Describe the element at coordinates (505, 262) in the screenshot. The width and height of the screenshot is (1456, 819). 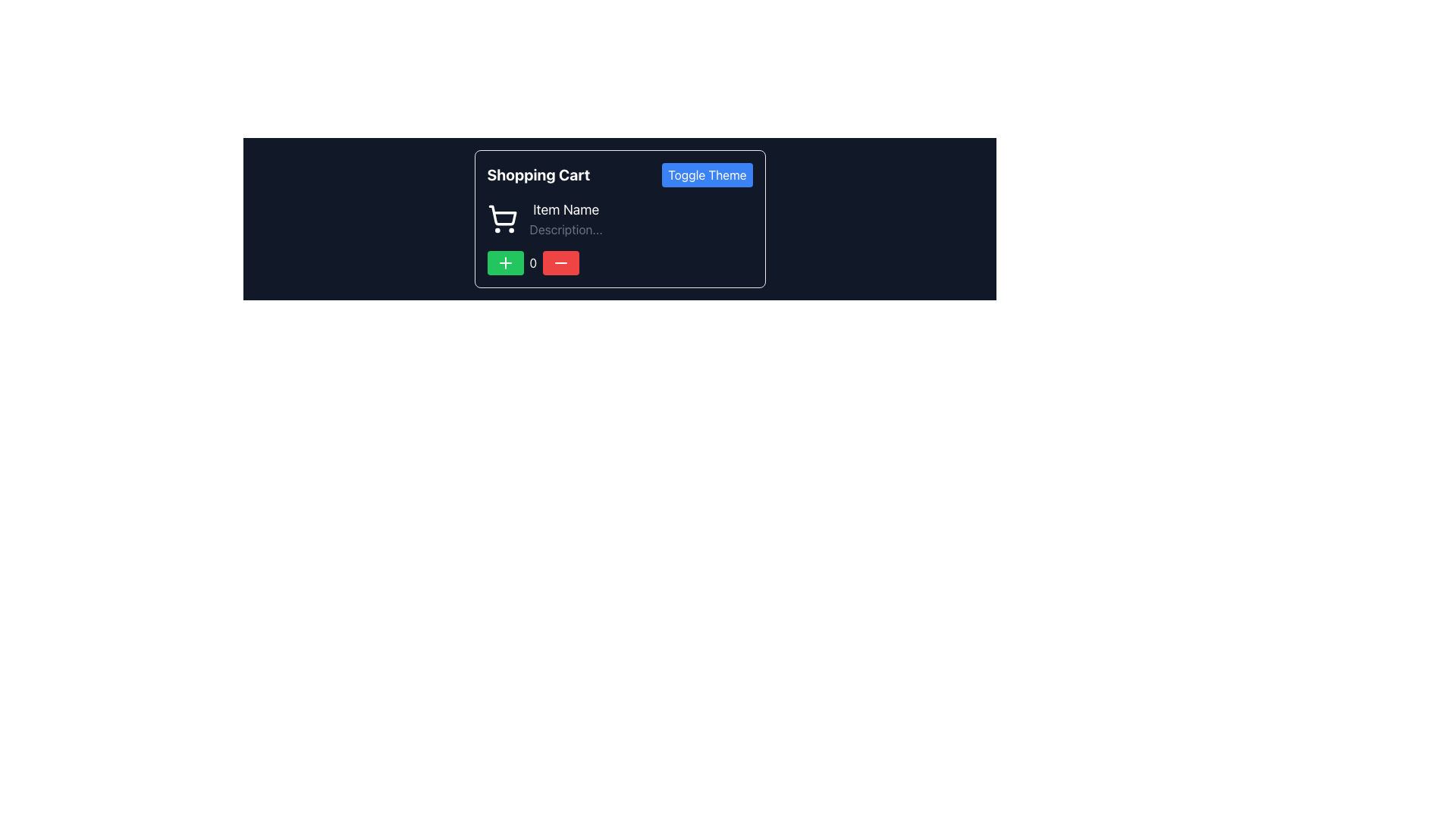
I see `the interactive button that increments a count, positioned to the left of a text element showing '0'` at that location.